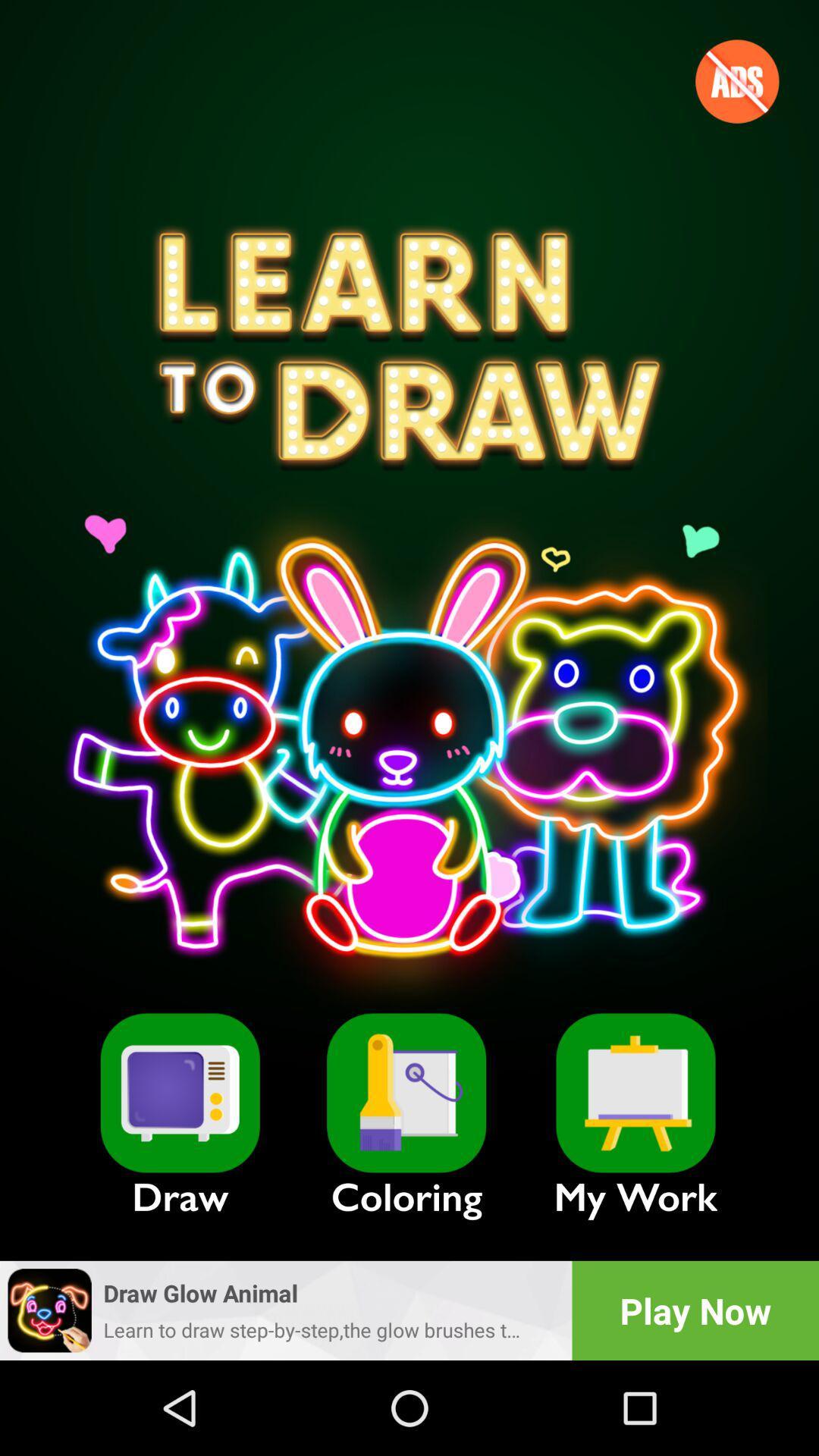 This screenshot has width=819, height=1456. Describe the element at coordinates (406, 1093) in the screenshot. I see `erase the image` at that location.